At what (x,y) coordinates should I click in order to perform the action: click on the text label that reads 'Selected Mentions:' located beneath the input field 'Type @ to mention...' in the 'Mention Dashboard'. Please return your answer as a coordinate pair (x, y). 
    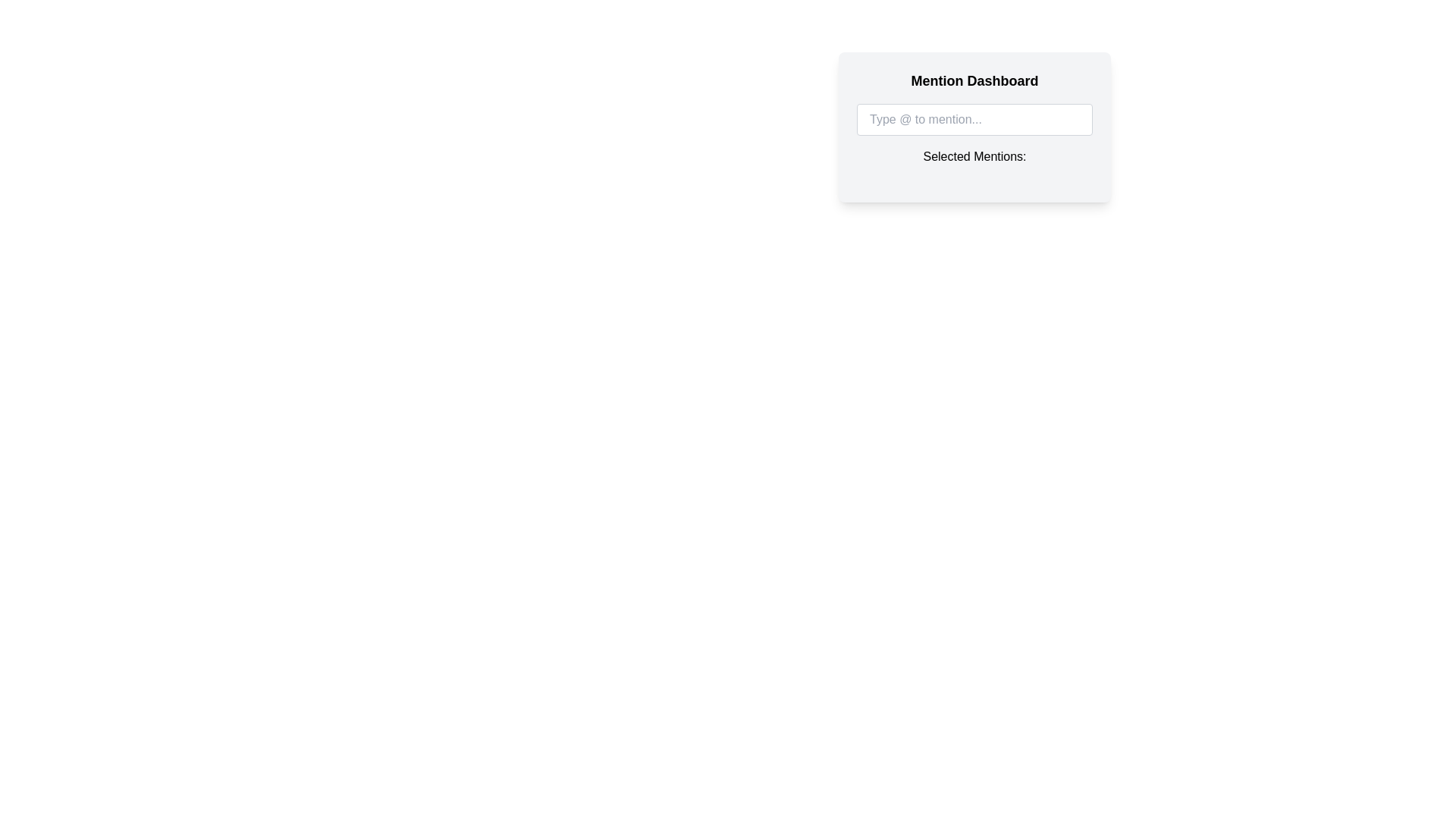
    Looking at the image, I should click on (974, 157).